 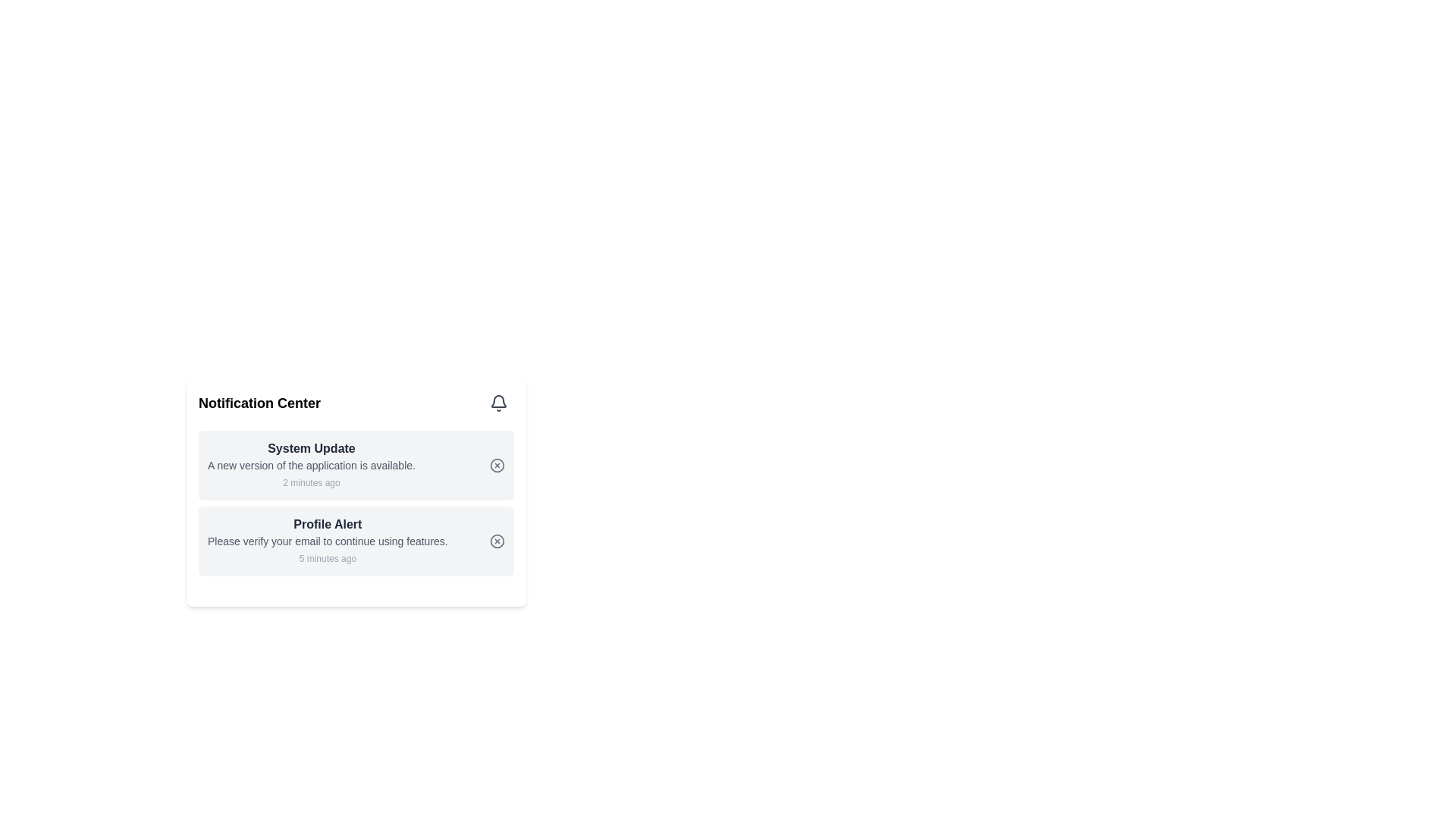 I want to click on the second notification in the Notification Center, which prompts the user to verify their email for feature access, so click(x=327, y=540).